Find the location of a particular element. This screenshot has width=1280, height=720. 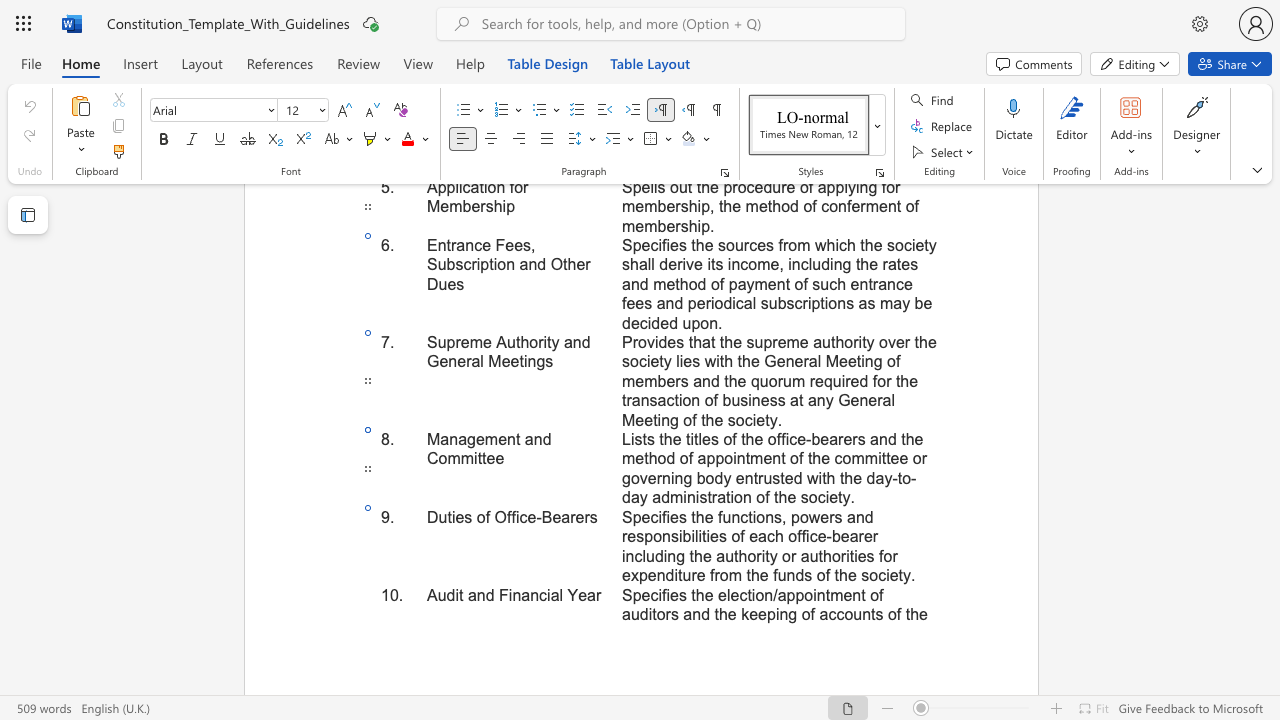

the 1th character "c" in the text is located at coordinates (543, 594).